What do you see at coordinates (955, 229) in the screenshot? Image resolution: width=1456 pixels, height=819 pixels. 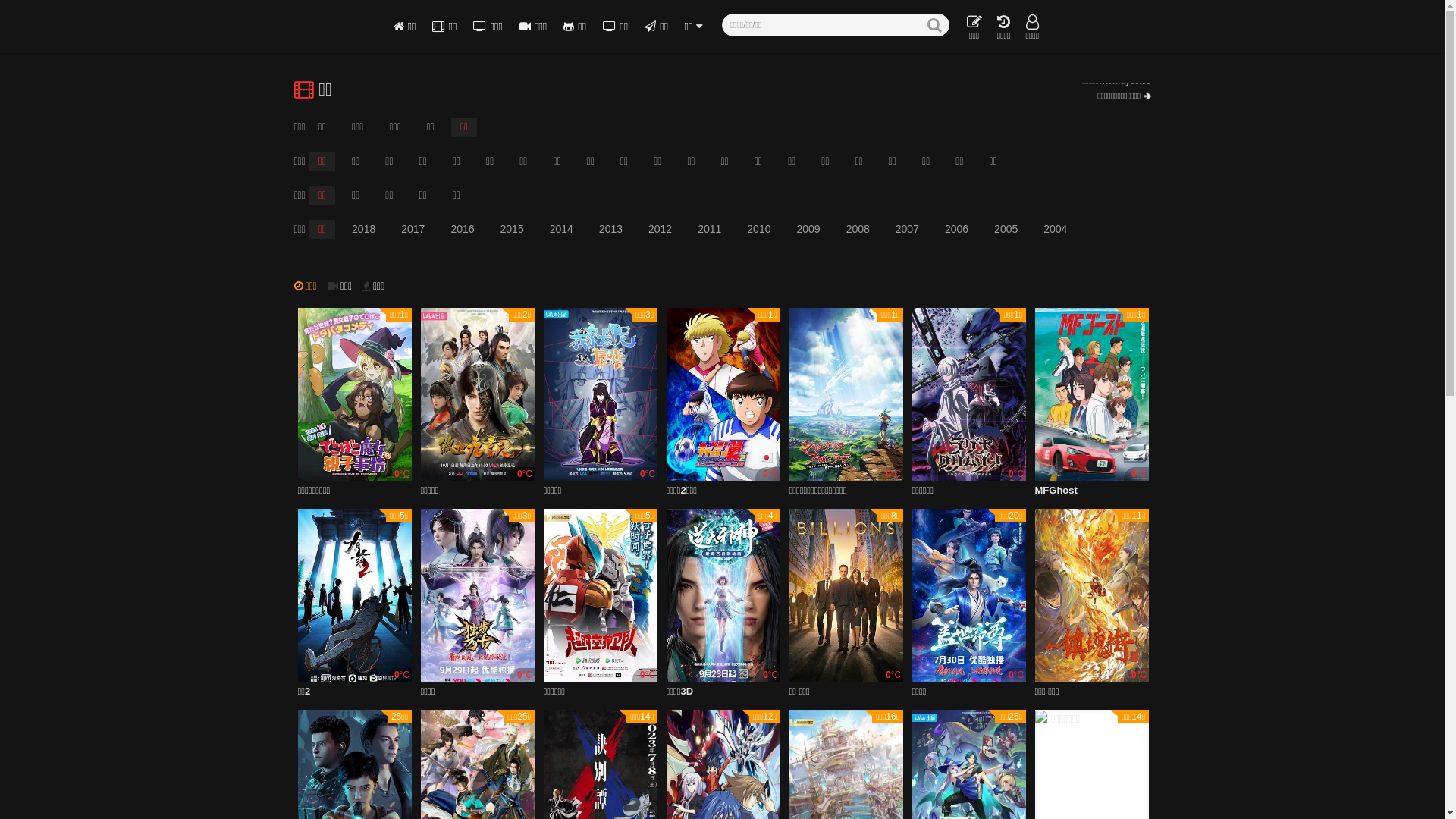 I see `'2006'` at bounding box center [955, 229].